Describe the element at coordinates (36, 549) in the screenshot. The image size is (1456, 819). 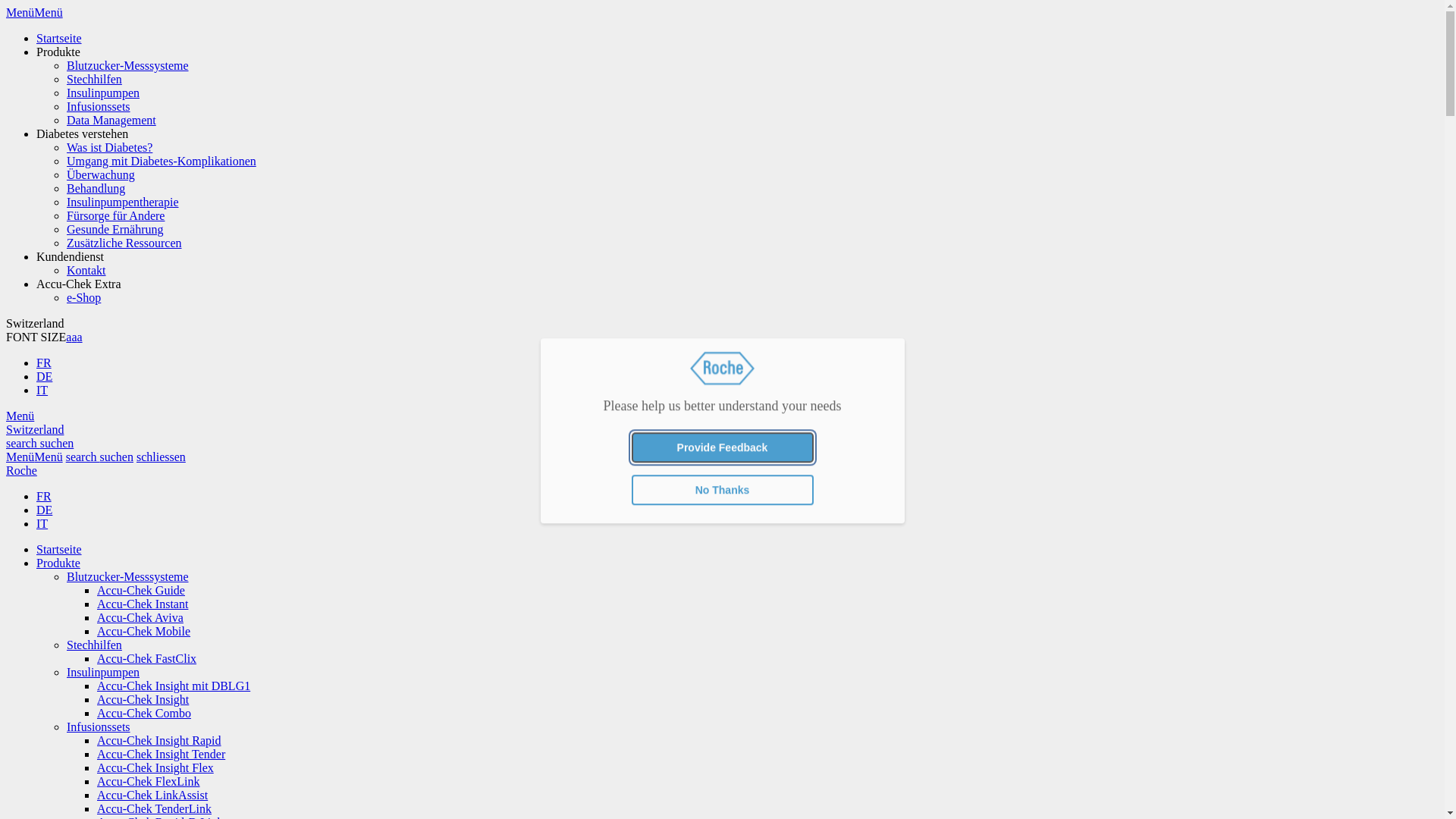
I see `'Startseite'` at that location.